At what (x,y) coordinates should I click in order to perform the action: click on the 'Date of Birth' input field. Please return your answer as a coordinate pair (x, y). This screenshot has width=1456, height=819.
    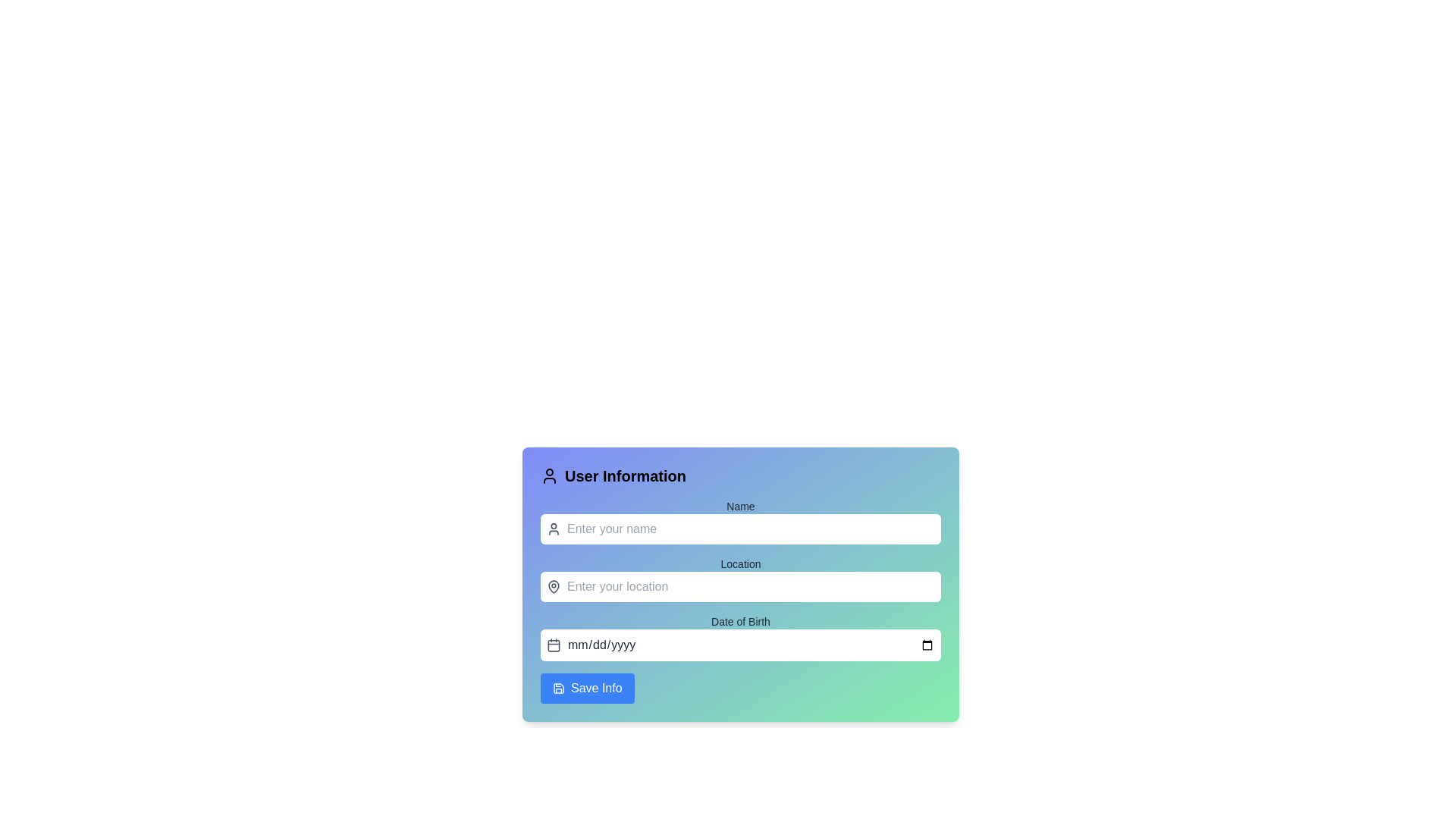
    Looking at the image, I should click on (741, 637).